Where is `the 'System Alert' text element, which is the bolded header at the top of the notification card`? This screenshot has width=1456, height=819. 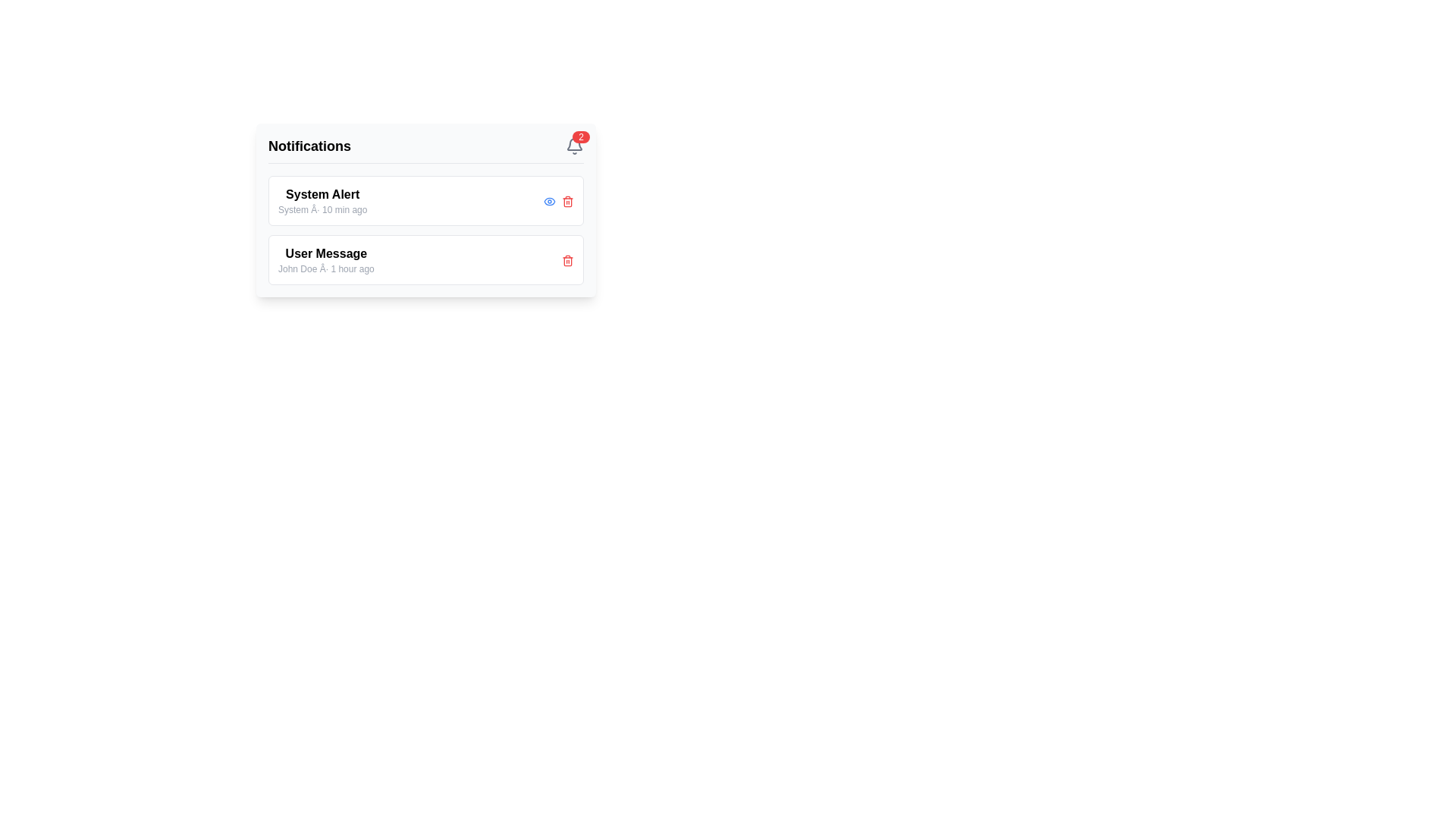 the 'System Alert' text element, which is the bolded header at the top of the notification card is located at coordinates (322, 194).